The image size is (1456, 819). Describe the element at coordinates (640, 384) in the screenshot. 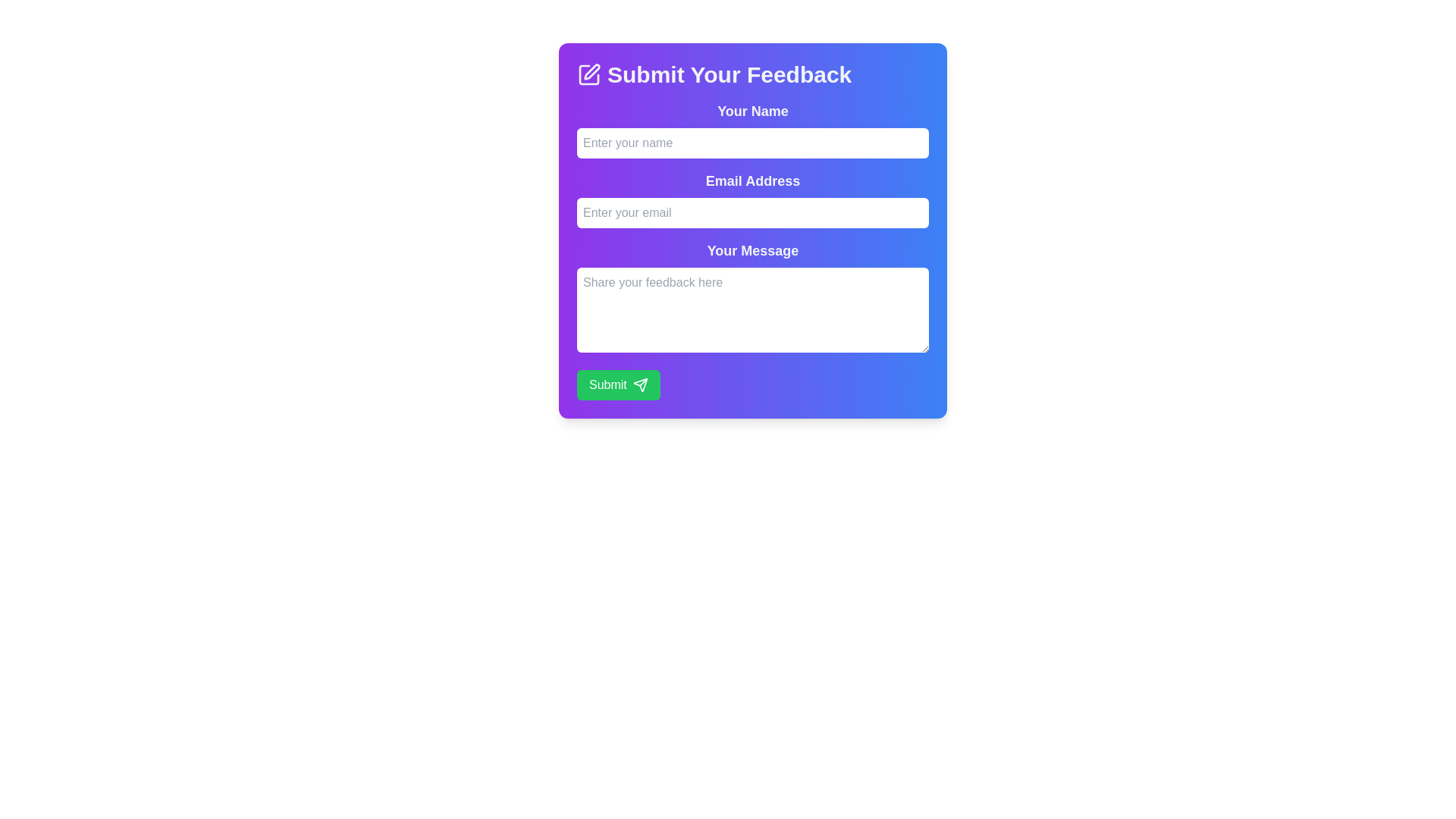

I see `the send action icon located within the green 'Submit' button at the bottom-left corner of the feedback form interface` at that location.